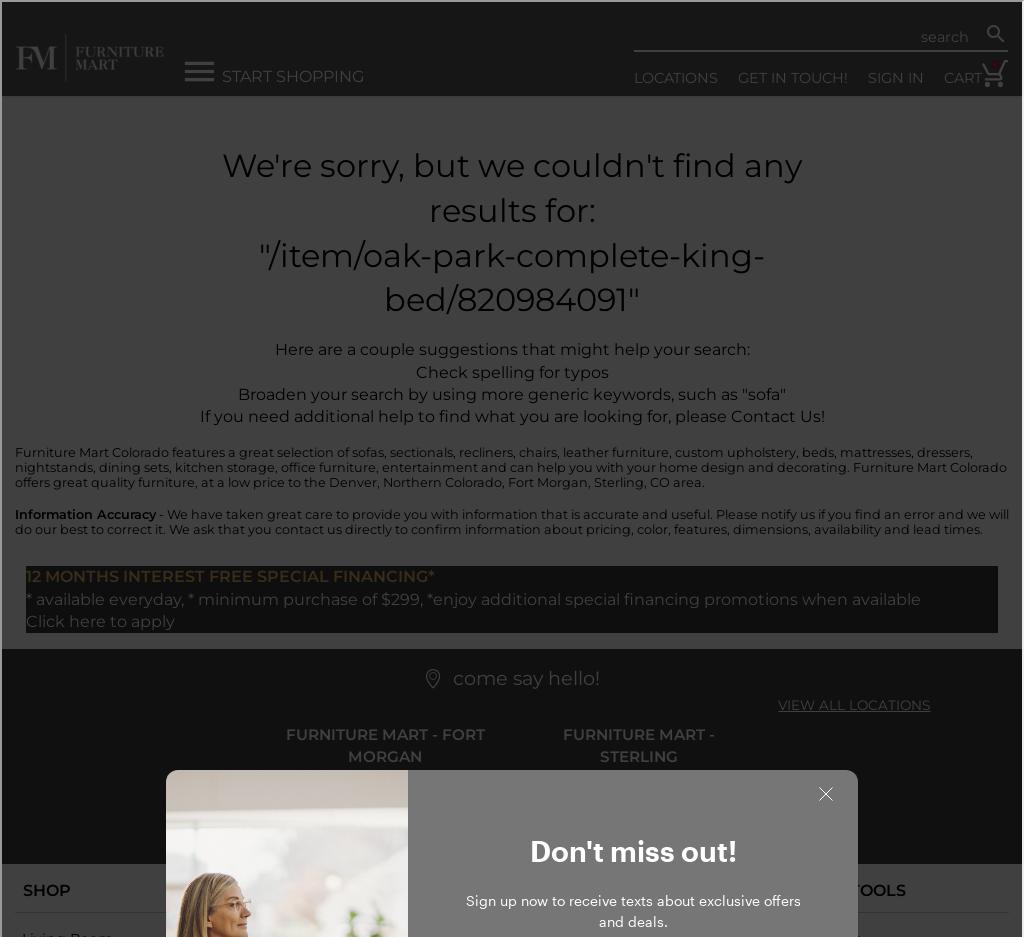 Image resolution: width=1024 pixels, height=937 pixels. What do you see at coordinates (446, 796) in the screenshot?
I see `'80701'` at bounding box center [446, 796].